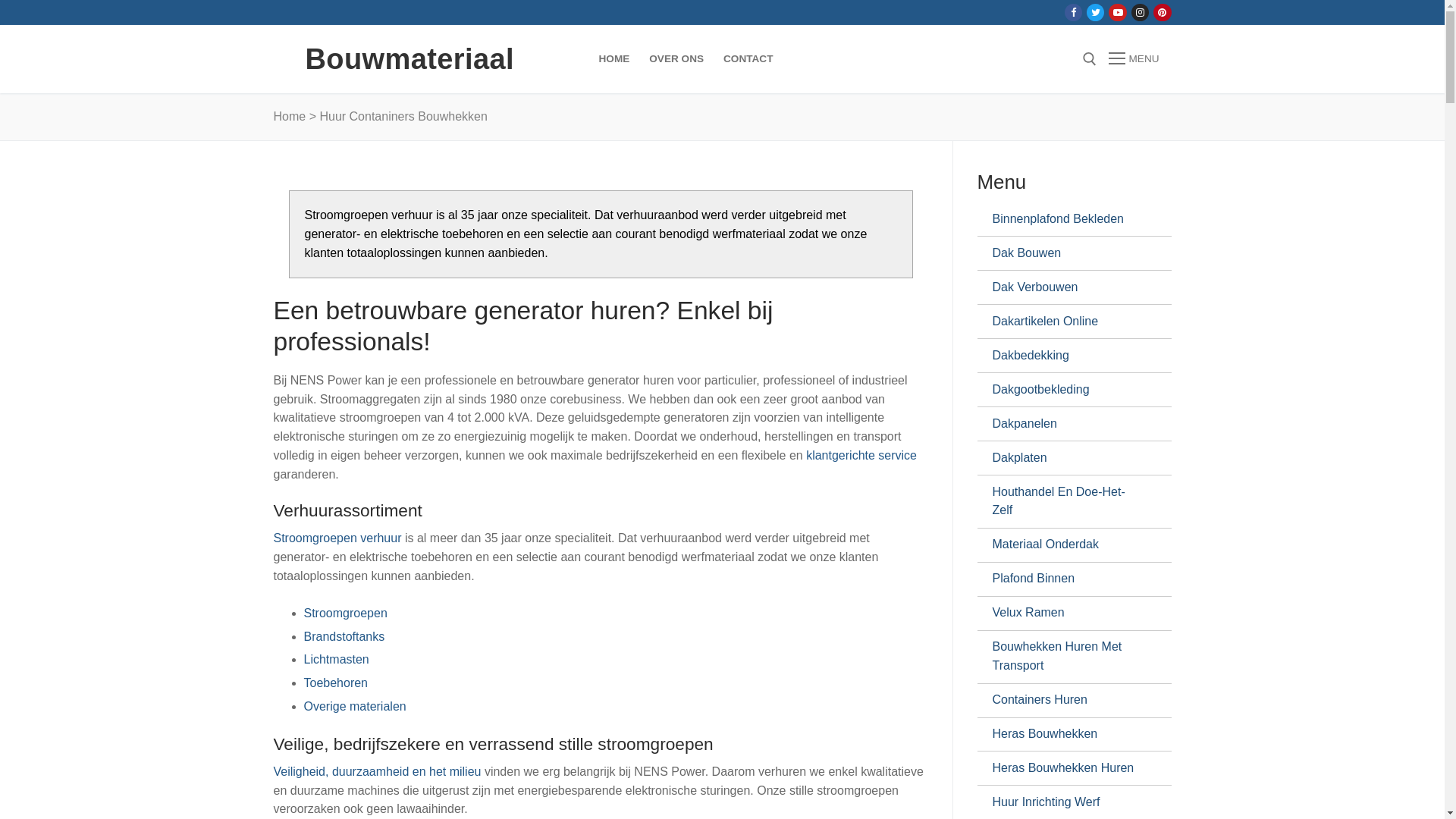 The width and height of the screenshot is (1456, 819). I want to click on 'Binnenplafond Bekleden', so click(1066, 219).